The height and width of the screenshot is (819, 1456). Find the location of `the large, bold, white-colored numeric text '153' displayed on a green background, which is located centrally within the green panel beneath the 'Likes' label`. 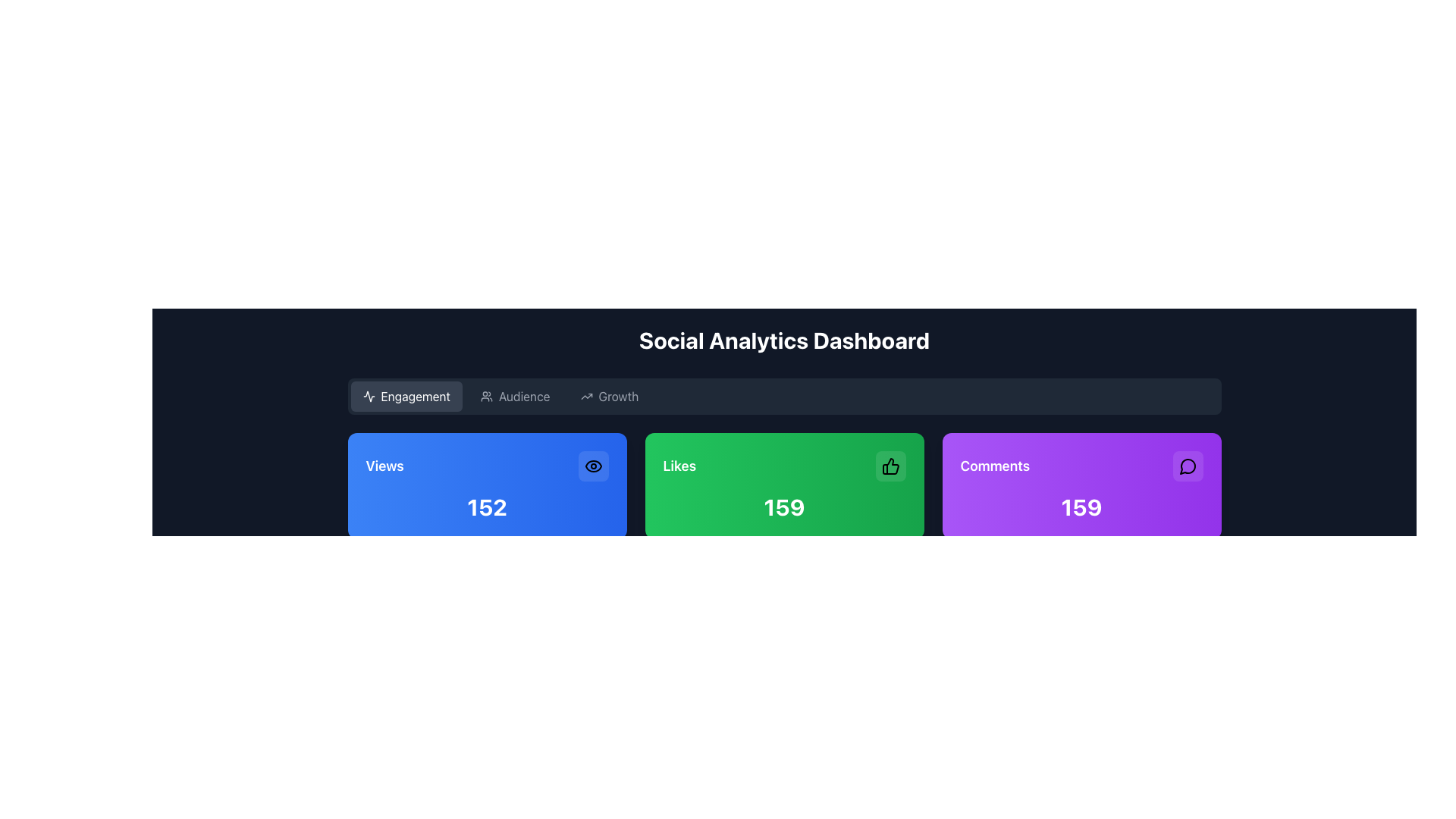

the large, bold, white-colored numeric text '153' displayed on a green background, which is located centrally within the green panel beneath the 'Likes' label is located at coordinates (784, 507).